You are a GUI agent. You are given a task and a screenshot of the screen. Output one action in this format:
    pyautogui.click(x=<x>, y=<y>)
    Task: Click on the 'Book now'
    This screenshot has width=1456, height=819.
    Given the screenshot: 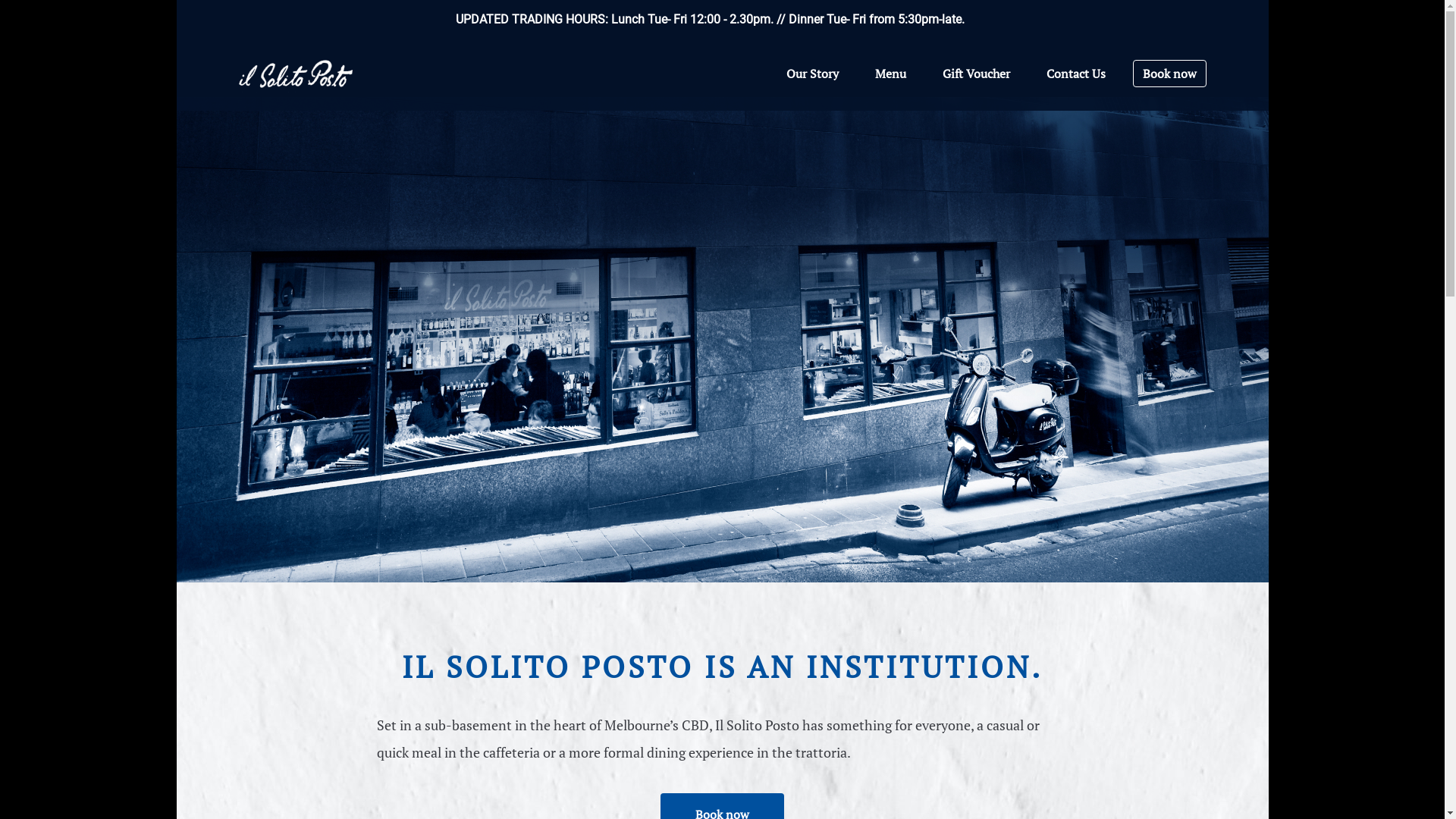 What is the action you would take?
    pyautogui.click(x=1169, y=73)
    